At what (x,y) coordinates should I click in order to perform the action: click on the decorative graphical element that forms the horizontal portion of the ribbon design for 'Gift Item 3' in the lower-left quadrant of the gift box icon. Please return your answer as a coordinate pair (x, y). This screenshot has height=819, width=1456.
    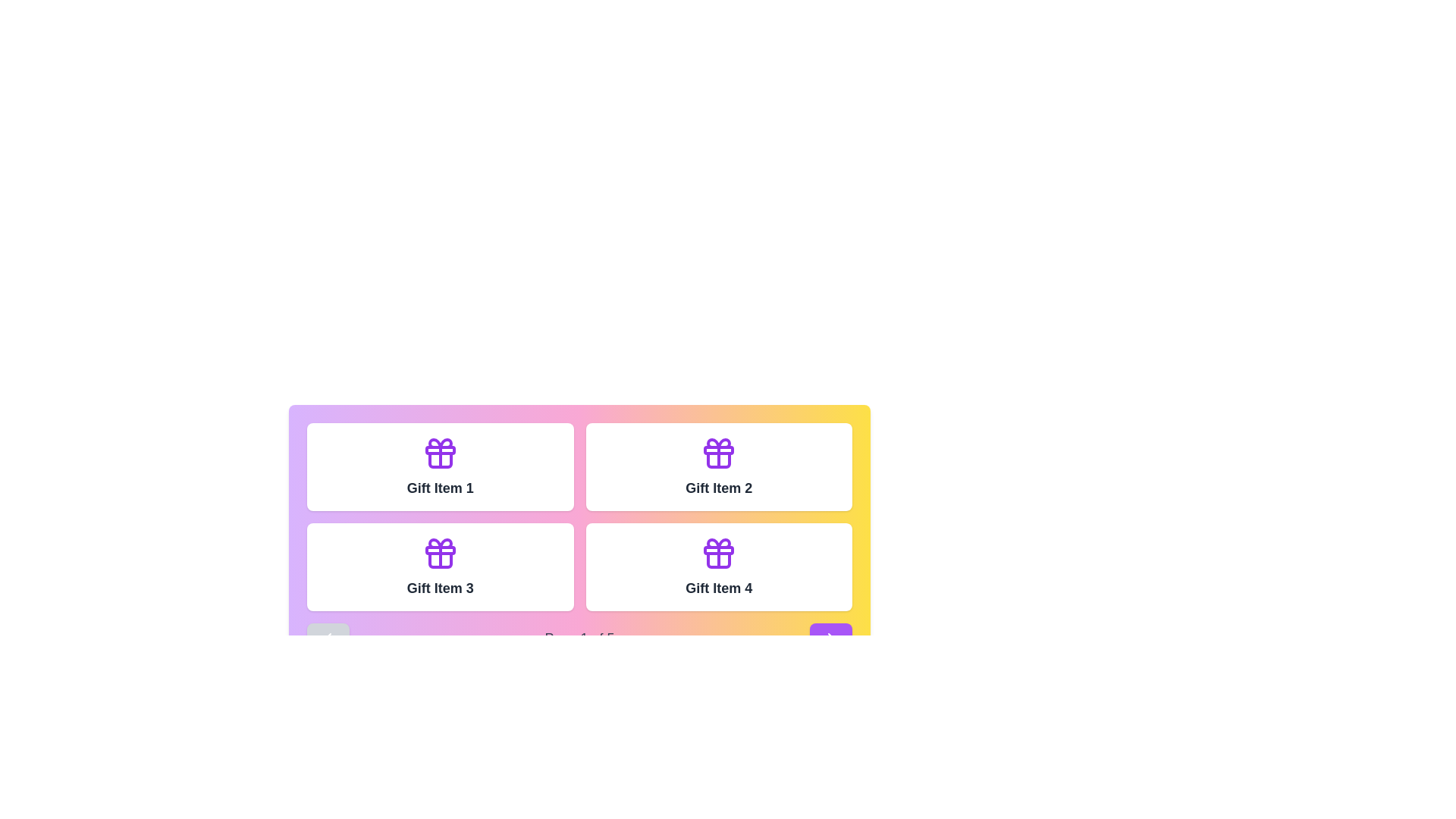
    Looking at the image, I should click on (439, 550).